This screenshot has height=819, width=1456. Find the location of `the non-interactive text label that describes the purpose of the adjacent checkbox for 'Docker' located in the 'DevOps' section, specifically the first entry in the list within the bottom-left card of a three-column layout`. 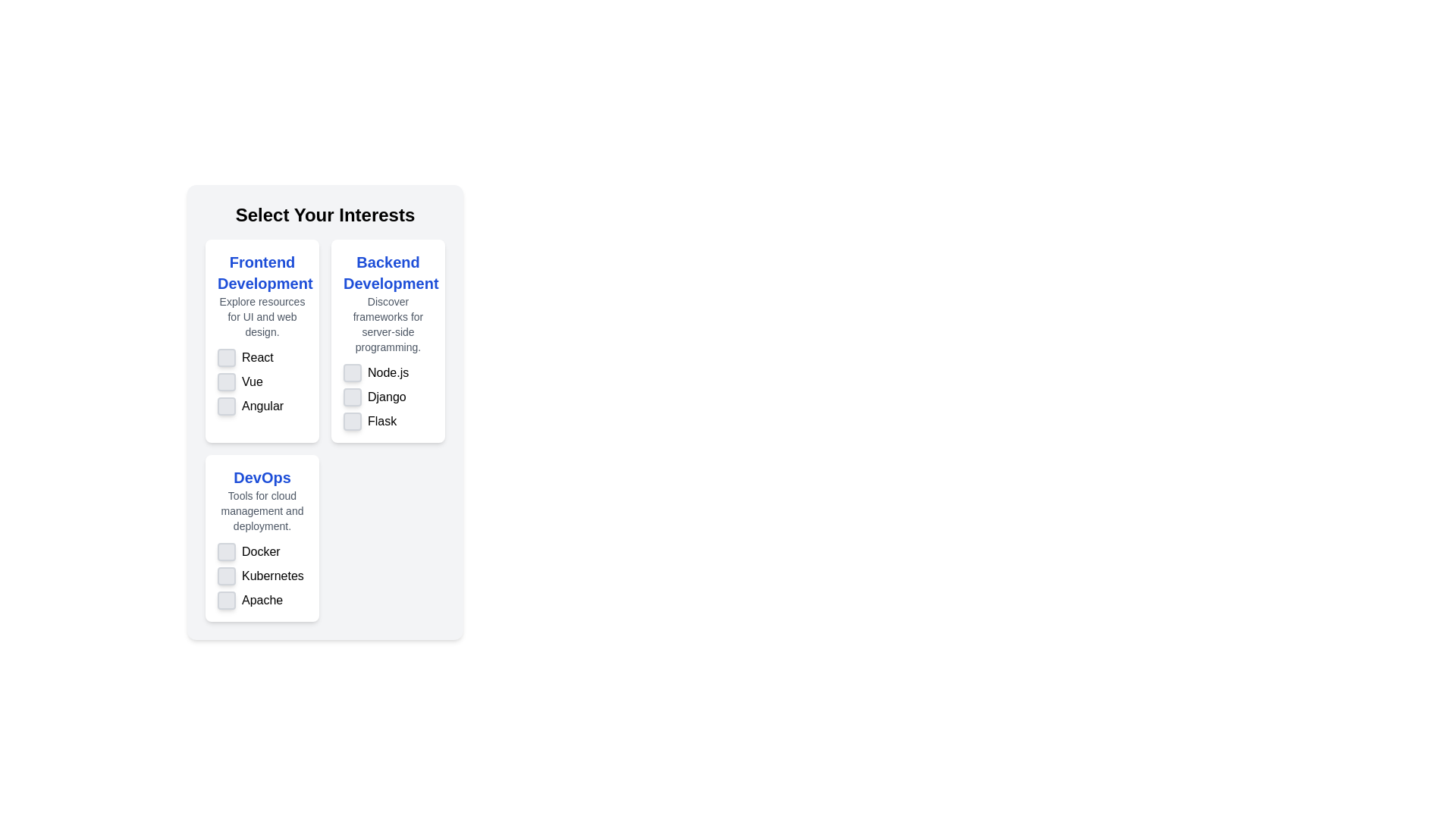

the non-interactive text label that describes the purpose of the adjacent checkbox for 'Docker' located in the 'DevOps' section, specifically the first entry in the list within the bottom-left card of a three-column layout is located at coordinates (262, 552).